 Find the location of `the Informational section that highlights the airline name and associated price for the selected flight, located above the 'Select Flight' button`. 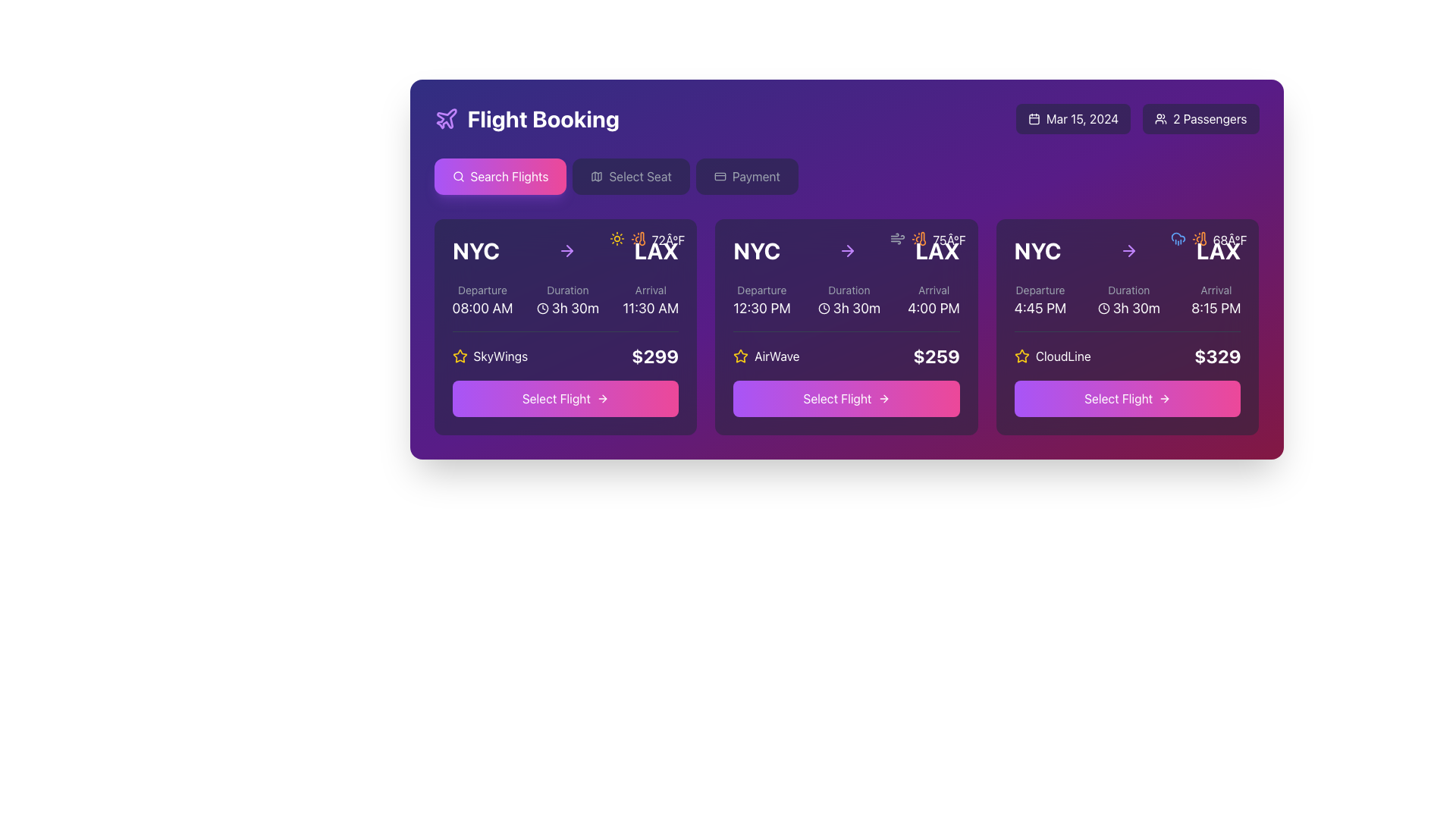

the Informational section that highlights the airline name and associated price for the selected flight, located above the 'Select Flight' button is located at coordinates (564, 350).